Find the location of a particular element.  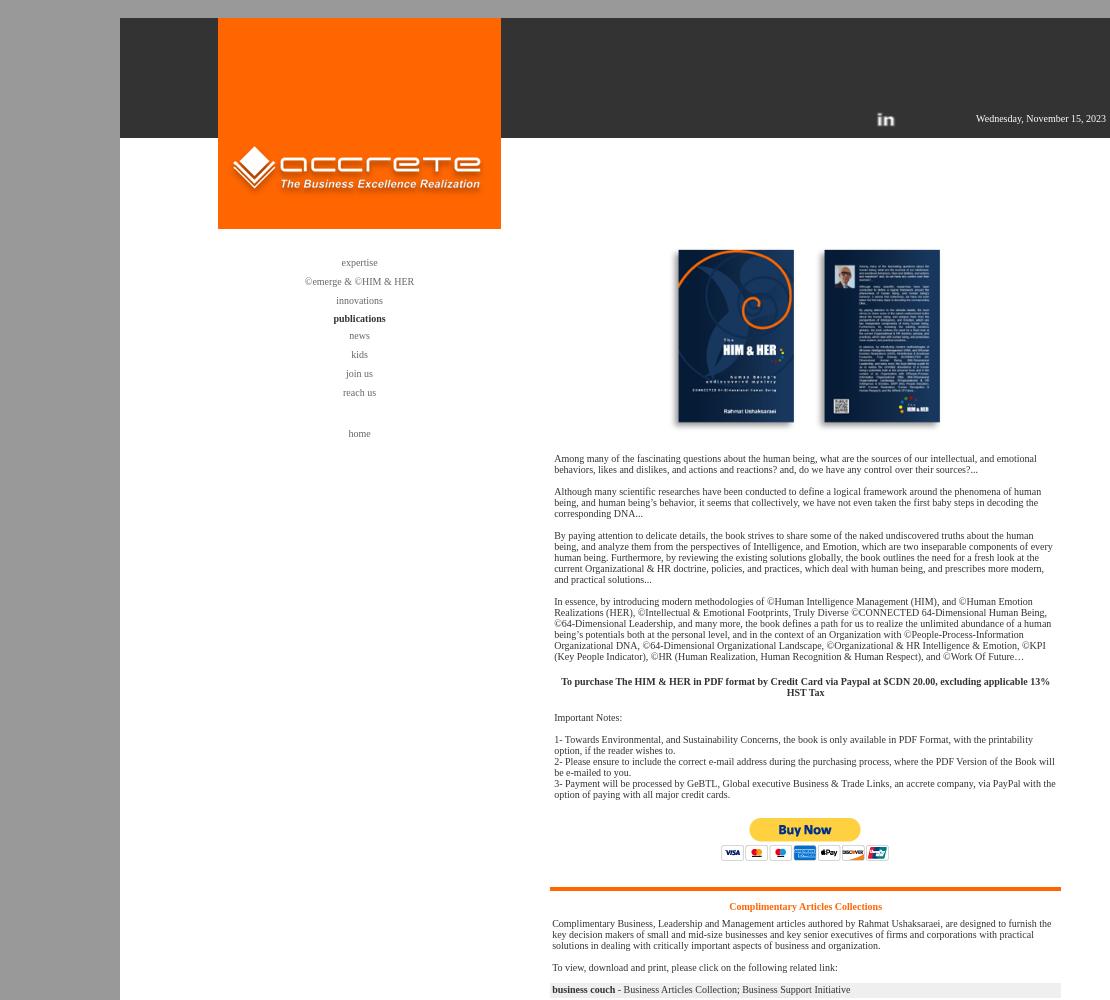

'join us' is located at coordinates (359, 371).